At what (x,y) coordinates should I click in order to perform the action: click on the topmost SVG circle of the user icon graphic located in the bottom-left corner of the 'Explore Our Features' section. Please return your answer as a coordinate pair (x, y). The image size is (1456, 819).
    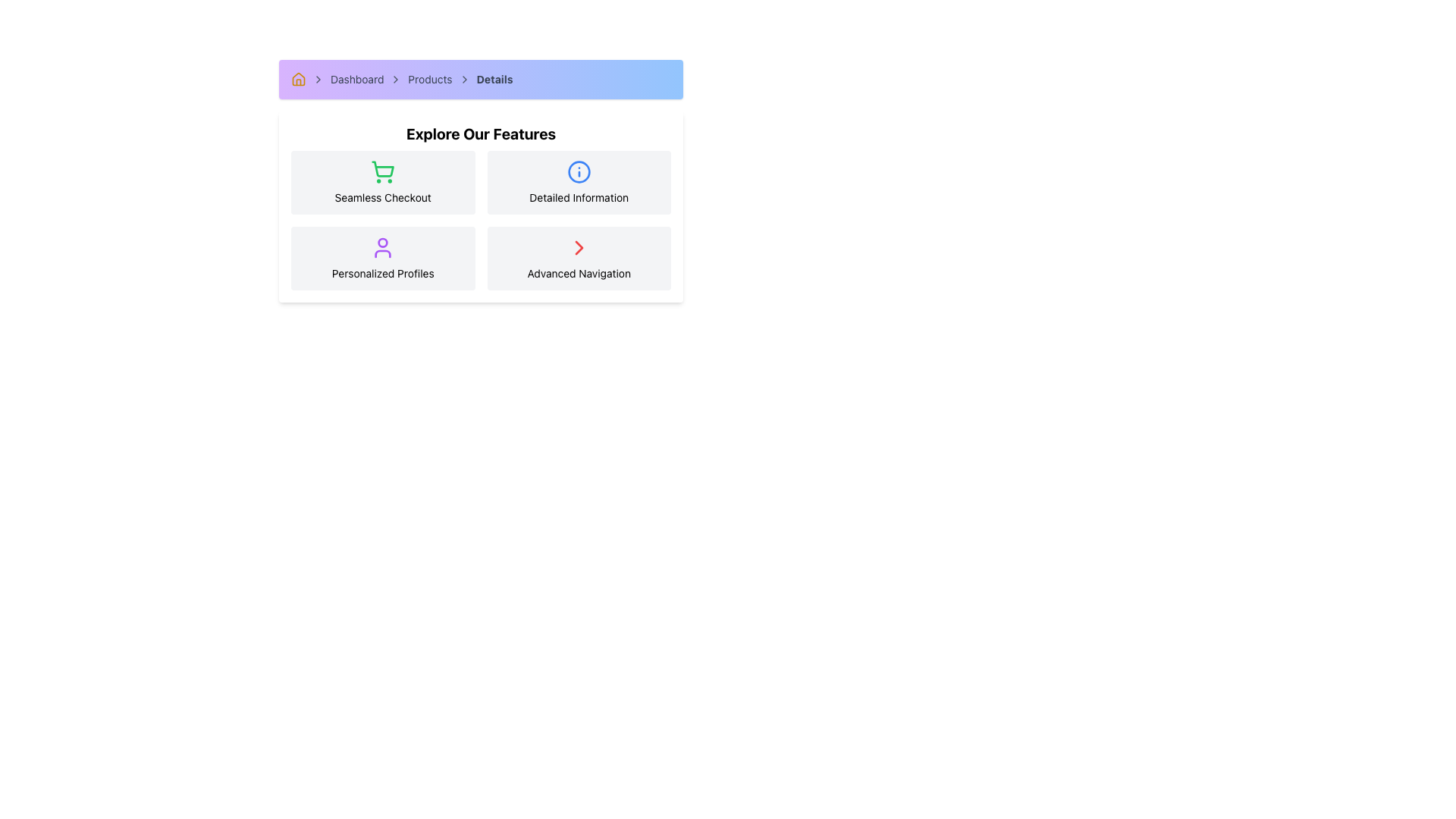
    Looking at the image, I should click on (383, 242).